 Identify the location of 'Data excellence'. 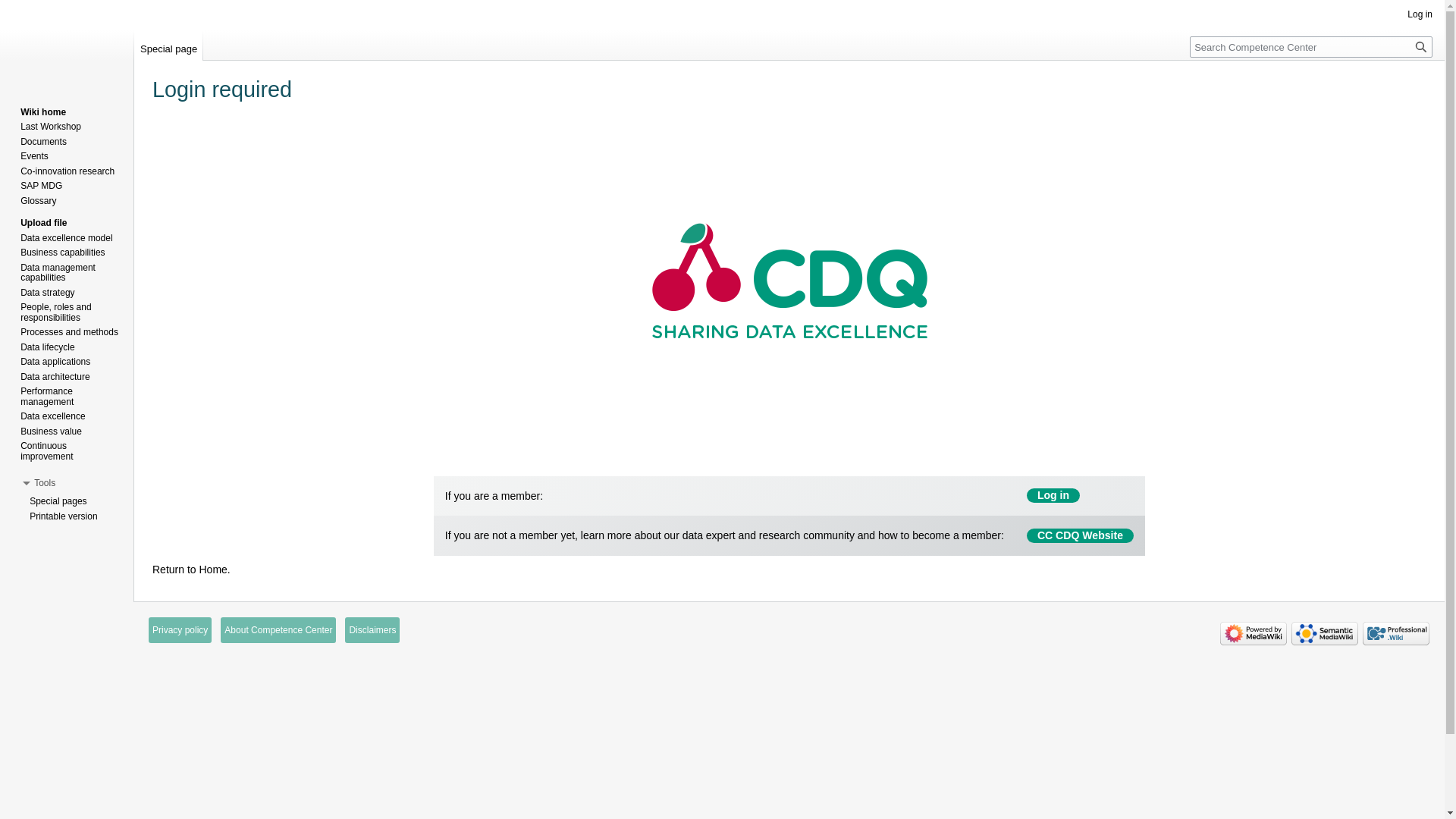
(20, 416).